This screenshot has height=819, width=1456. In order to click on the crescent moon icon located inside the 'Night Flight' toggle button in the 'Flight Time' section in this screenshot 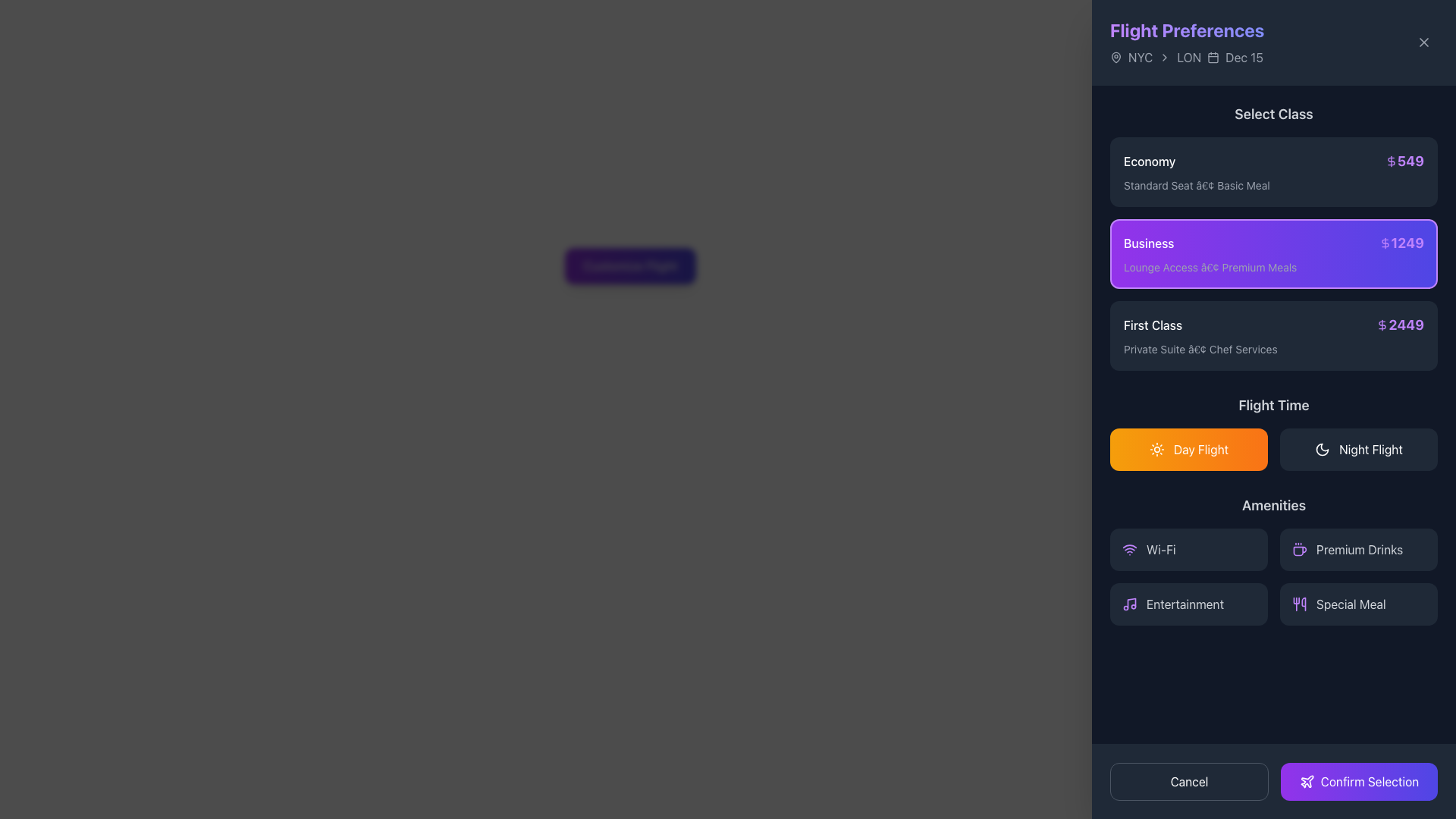, I will do `click(1322, 449)`.